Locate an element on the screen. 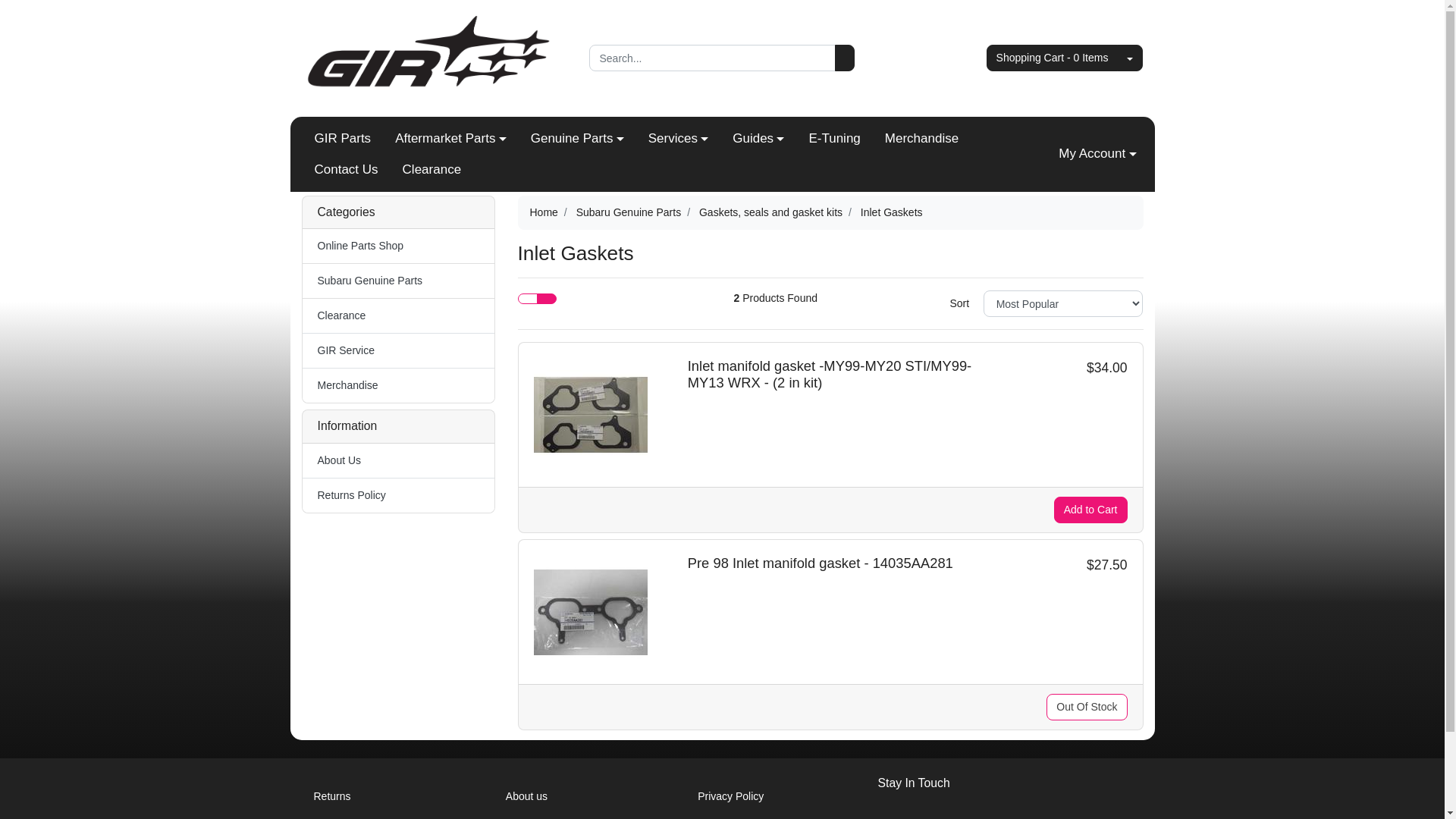  'Search' is located at coordinates (843, 57).